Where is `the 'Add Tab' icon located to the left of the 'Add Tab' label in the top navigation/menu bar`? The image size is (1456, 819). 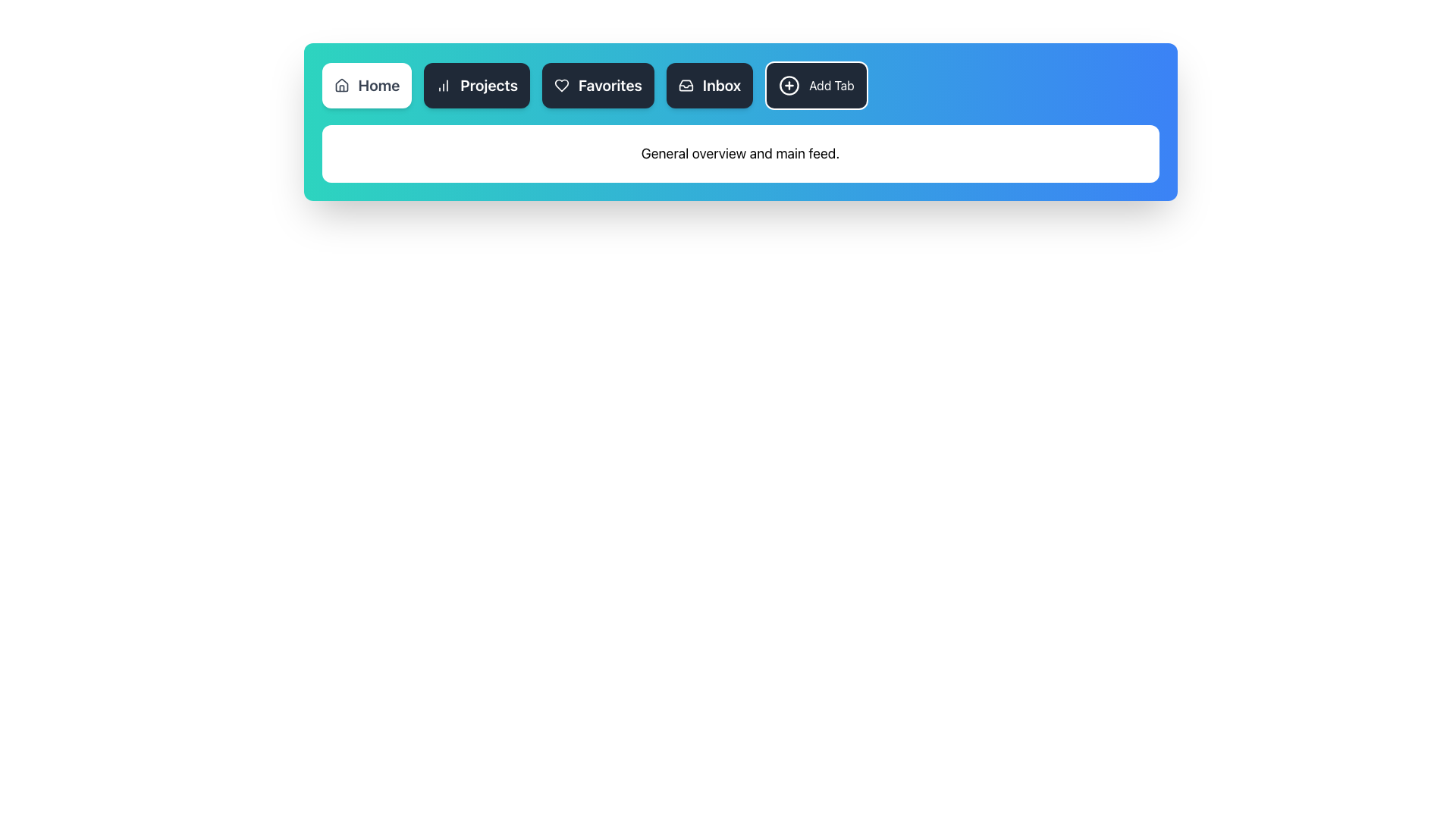 the 'Add Tab' icon located to the left of the 'Add Tab' label in the top navigation/menu bar is located at coordinates (789, 85).